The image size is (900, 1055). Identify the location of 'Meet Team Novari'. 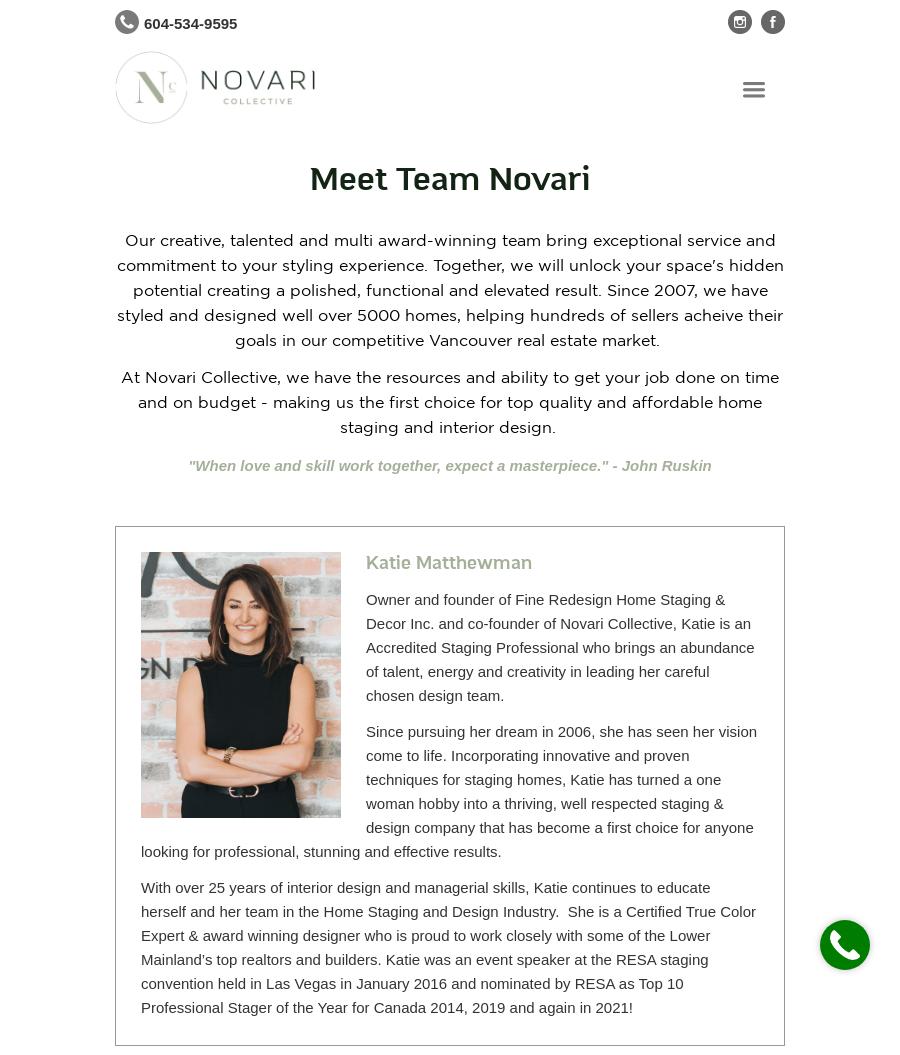
(449, 180).